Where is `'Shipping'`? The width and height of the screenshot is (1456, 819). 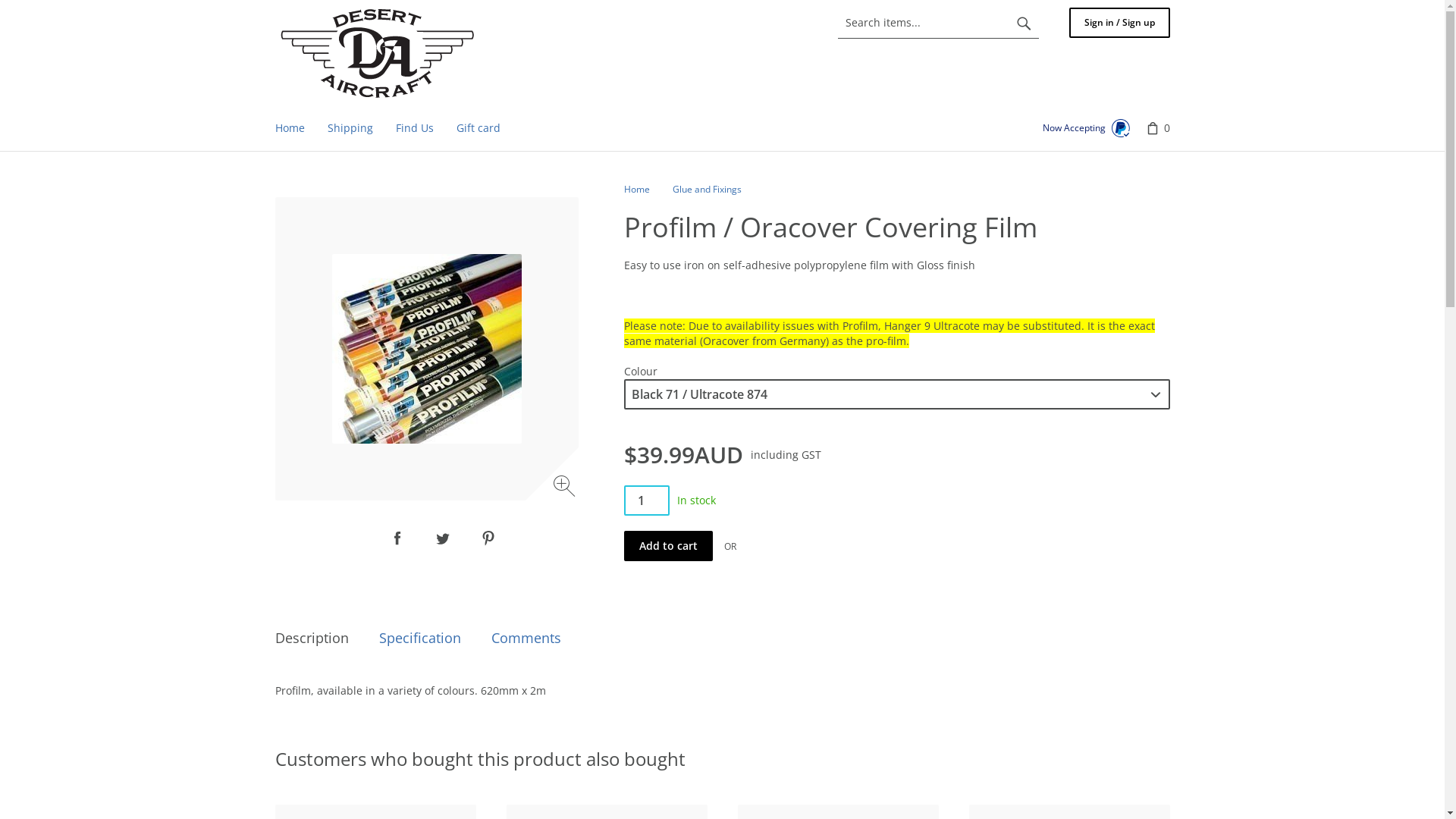
'Shipping' is located at coordinates (348, 127).